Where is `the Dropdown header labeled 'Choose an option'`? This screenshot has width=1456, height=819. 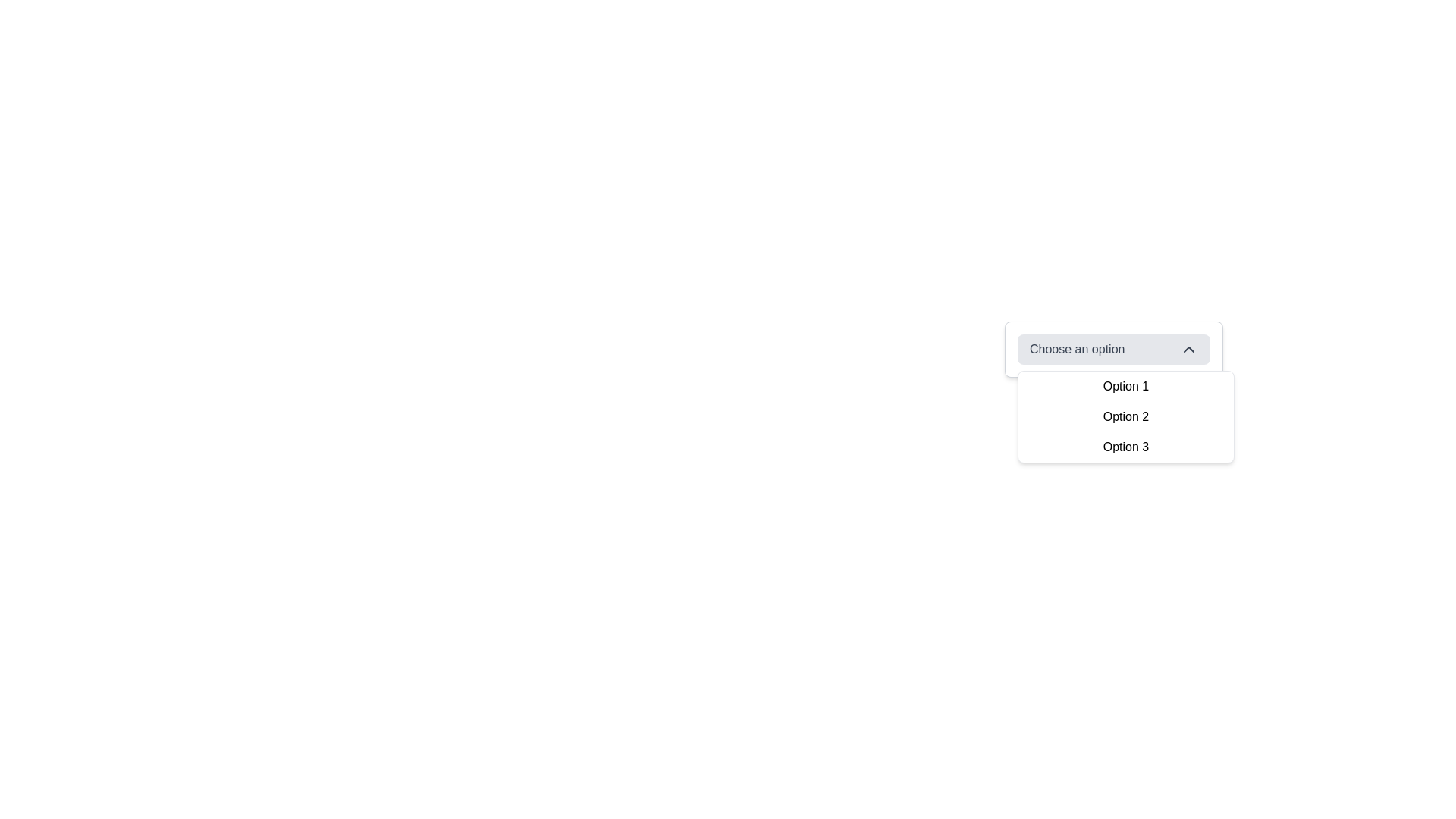 the Dropdown header labeled 'Choose an option' is located at coordinates (1113, 350).